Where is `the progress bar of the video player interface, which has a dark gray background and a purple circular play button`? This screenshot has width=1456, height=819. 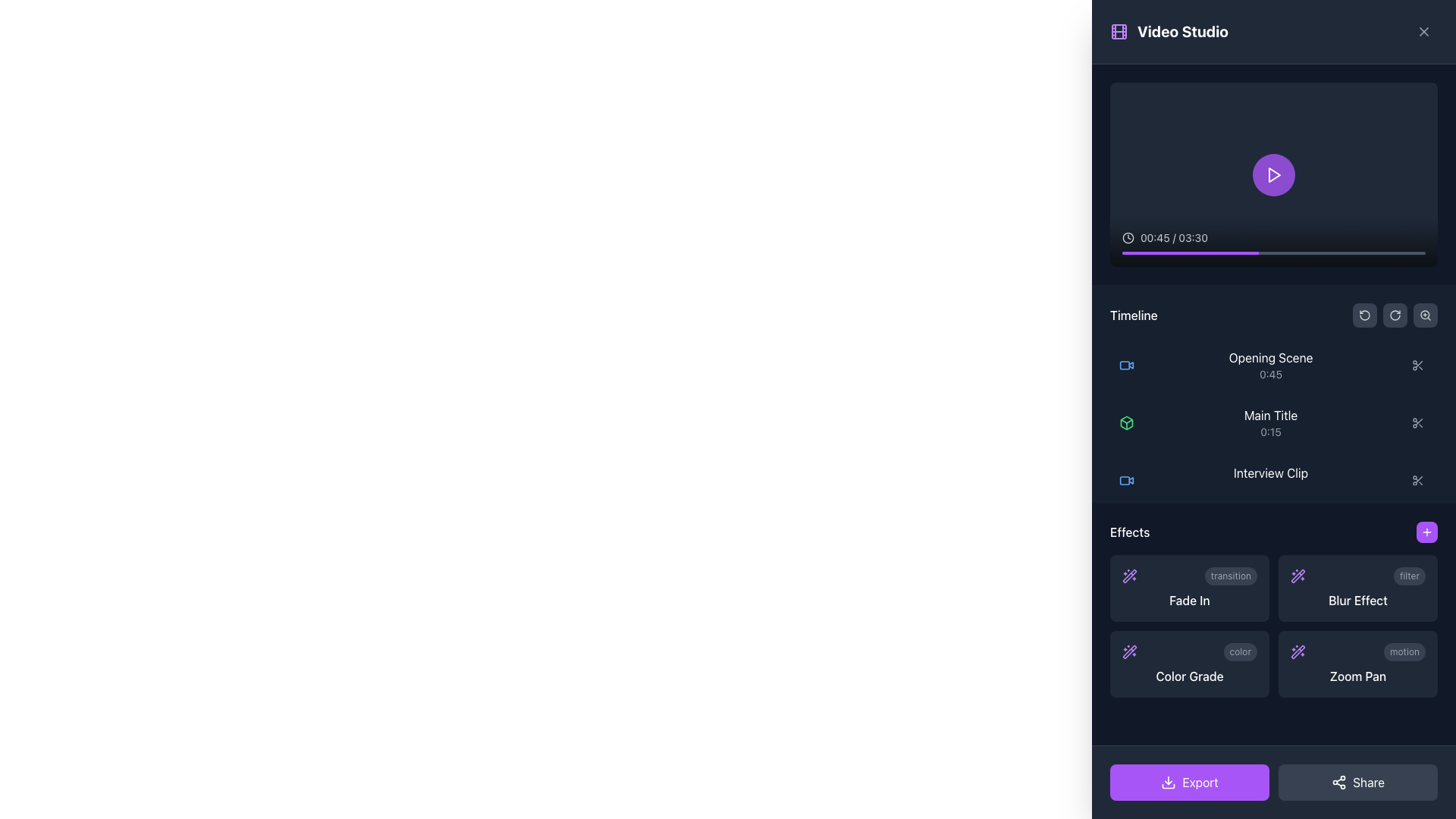
the progress bar of the video player interface, which has a dark gray background and a purple circular play button is located at coordinates (1274, 174).